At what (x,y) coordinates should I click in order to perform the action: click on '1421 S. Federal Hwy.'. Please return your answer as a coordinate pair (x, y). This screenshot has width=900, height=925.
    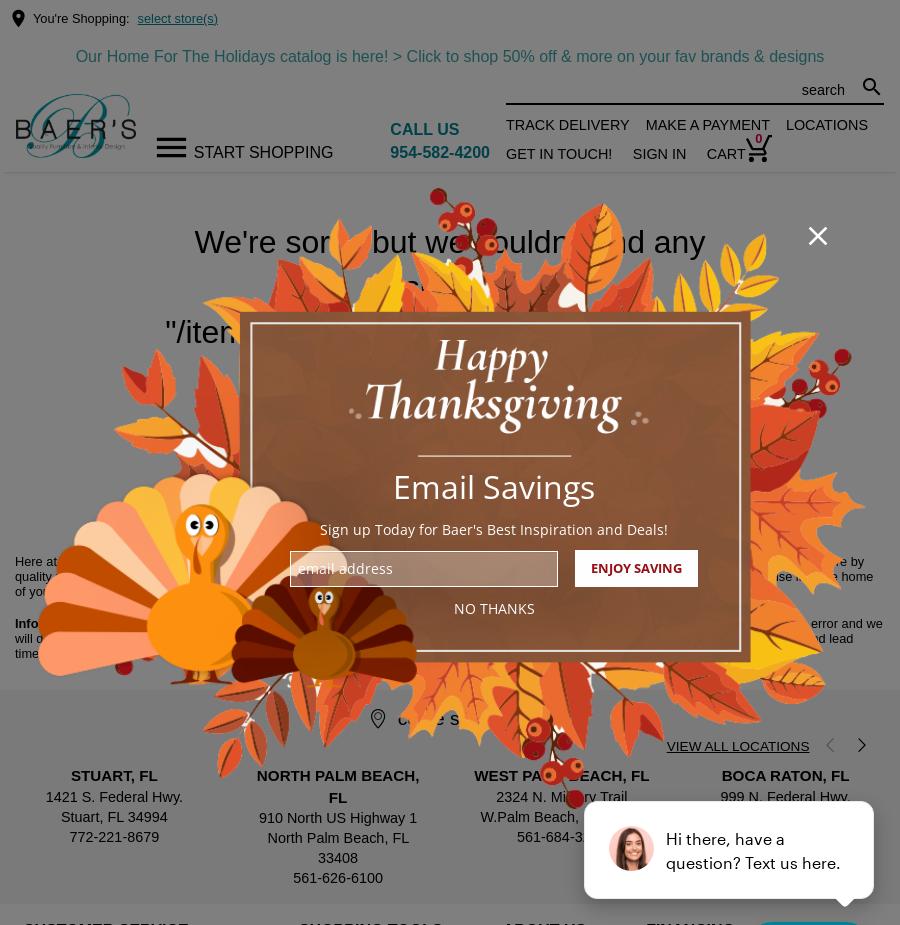
    Looking at the image, I should click on (114, 795).